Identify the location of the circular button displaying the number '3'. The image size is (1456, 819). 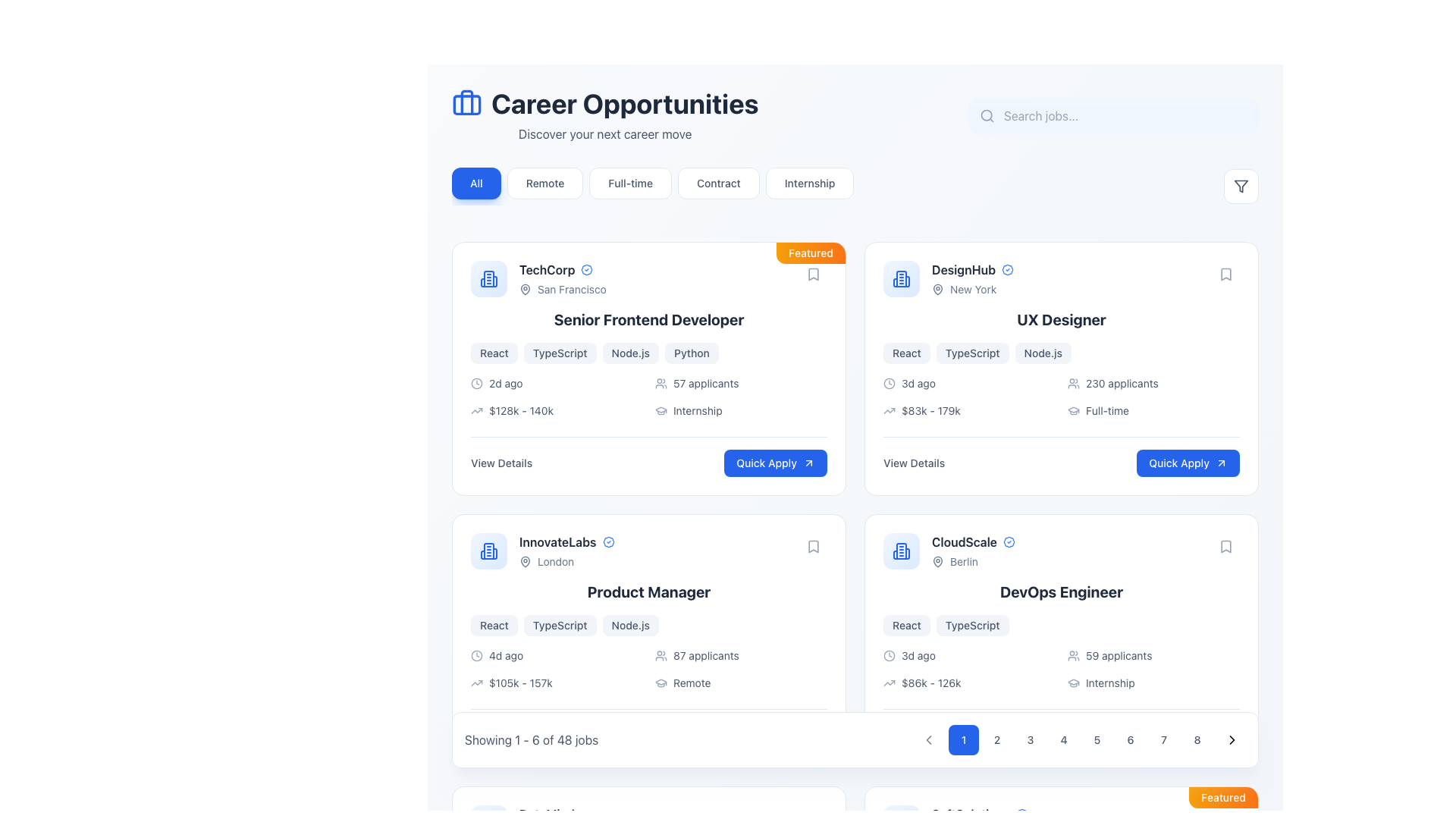
(1030, 739).